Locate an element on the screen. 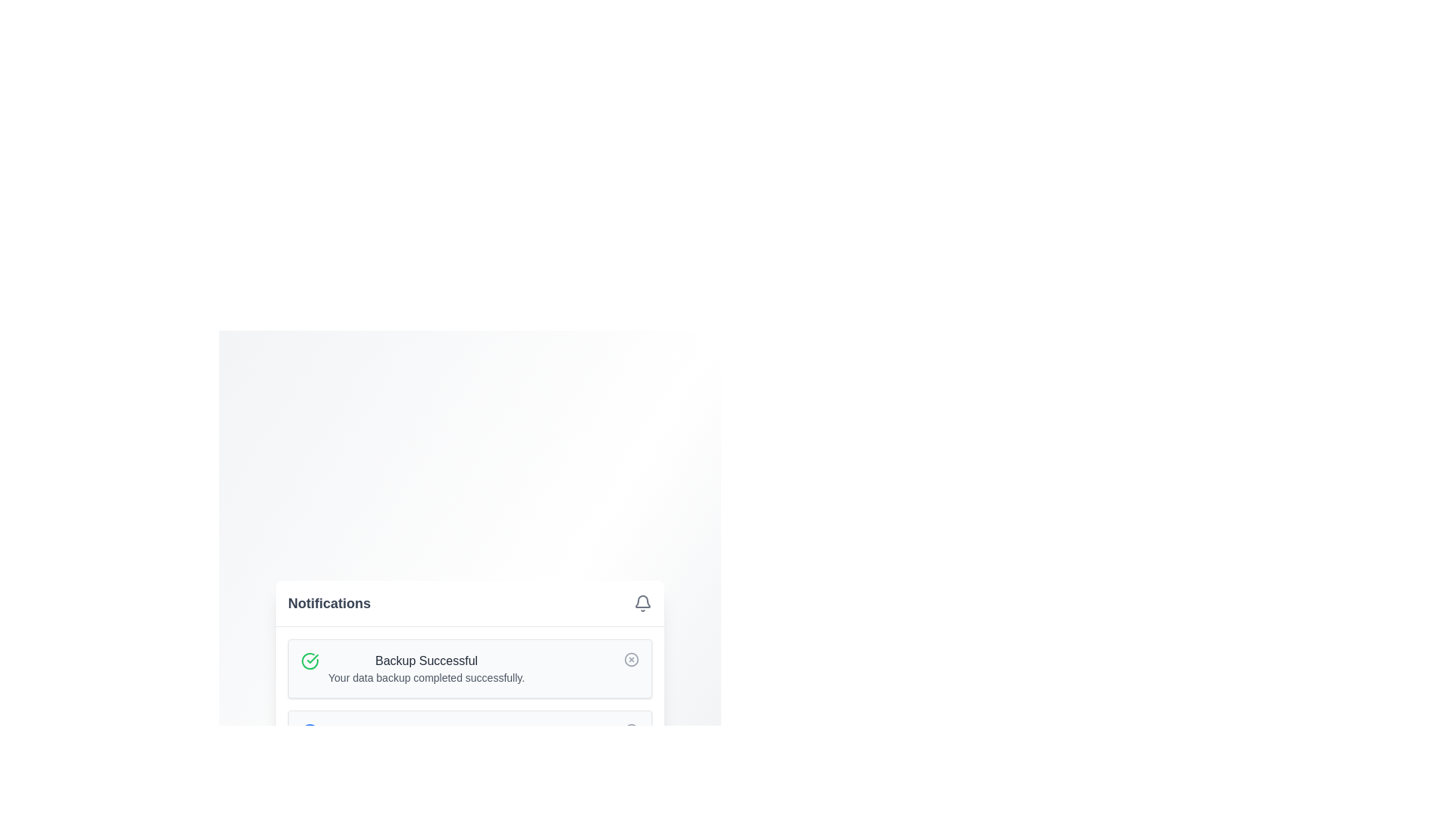 The height and width of the screenshot is (819, 1456). the circular icon button with a small 'x' symbol located at the top-right corner of the 'Backup Successful' notification panel to change its color to red is located at coordinates (632, 659).